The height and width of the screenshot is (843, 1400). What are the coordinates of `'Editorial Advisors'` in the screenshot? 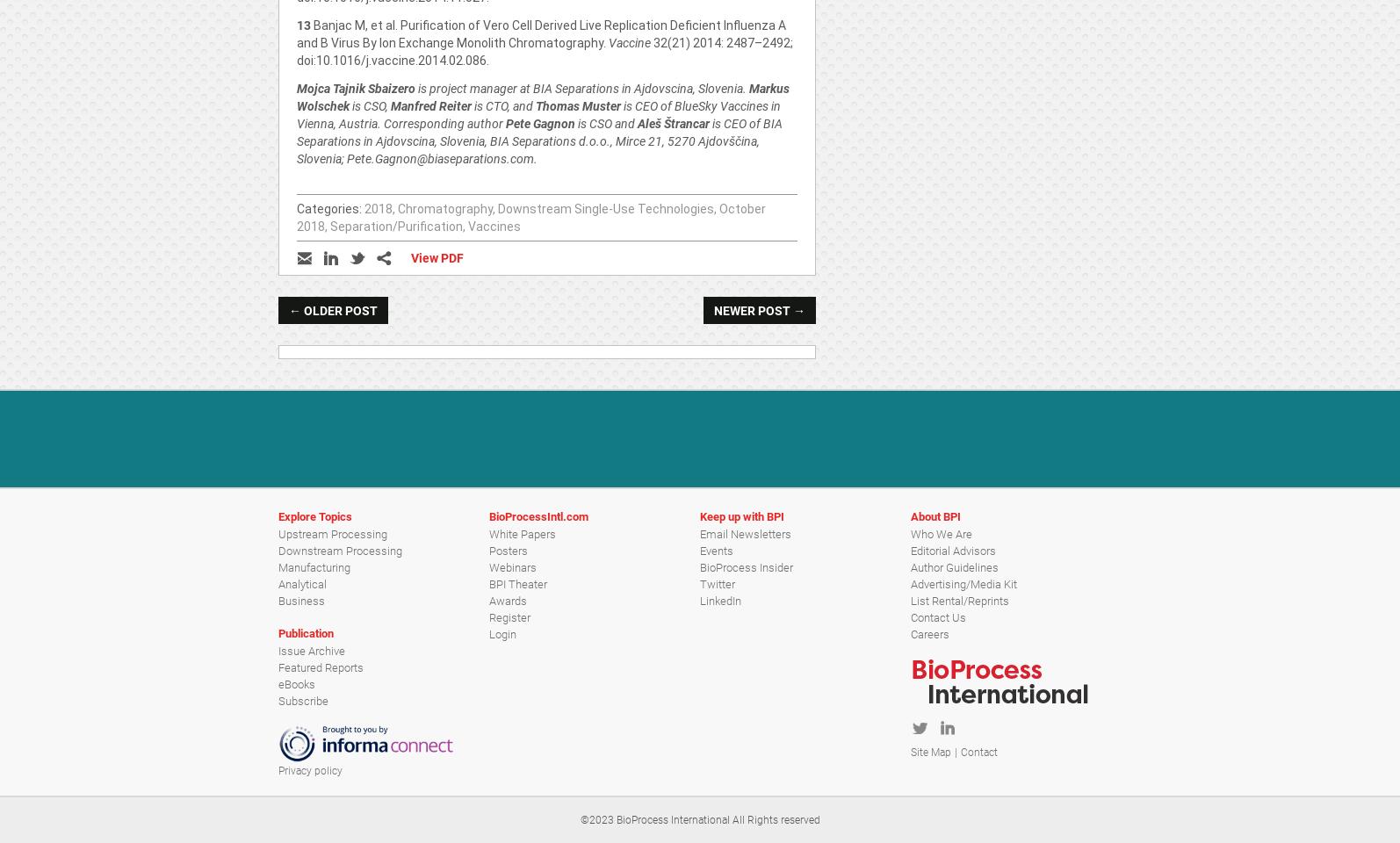 It's located at (953, 549).